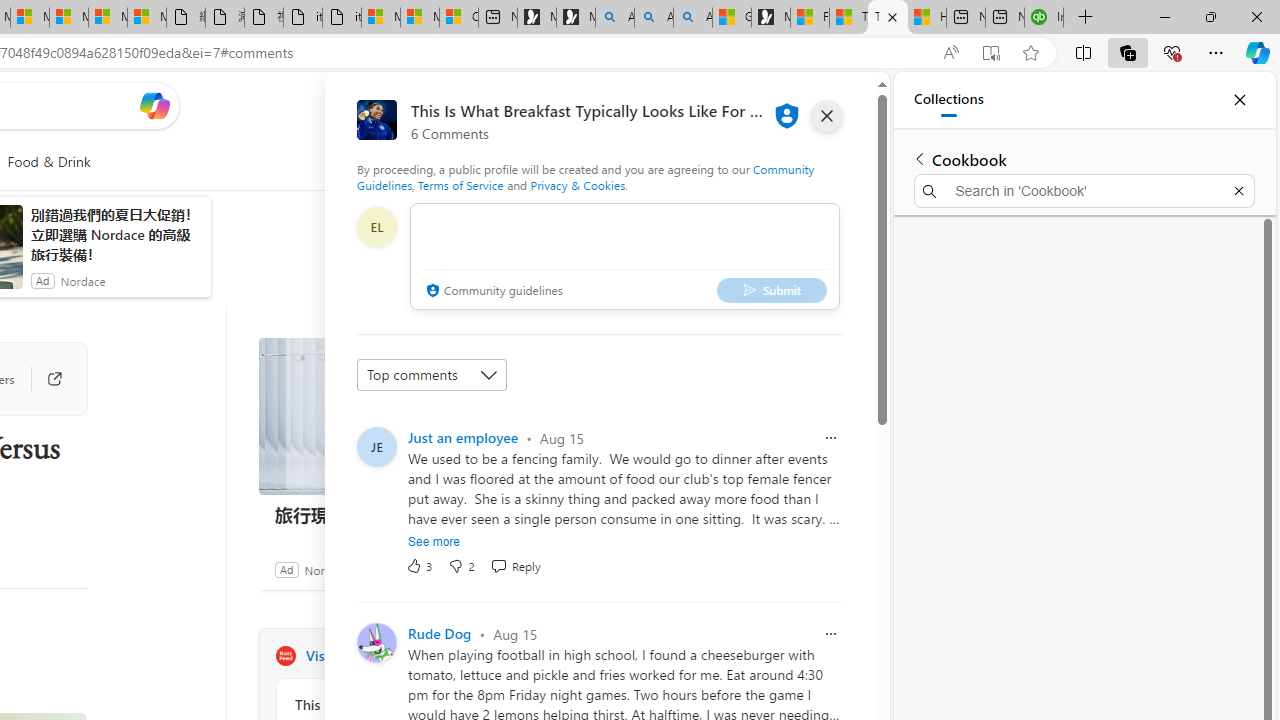 This screenshot has width=1280, height=720. What do you see at coordinates (462, 436) in the screenshot?
I see `'Just an employee'` at bounding box center [462, 436].